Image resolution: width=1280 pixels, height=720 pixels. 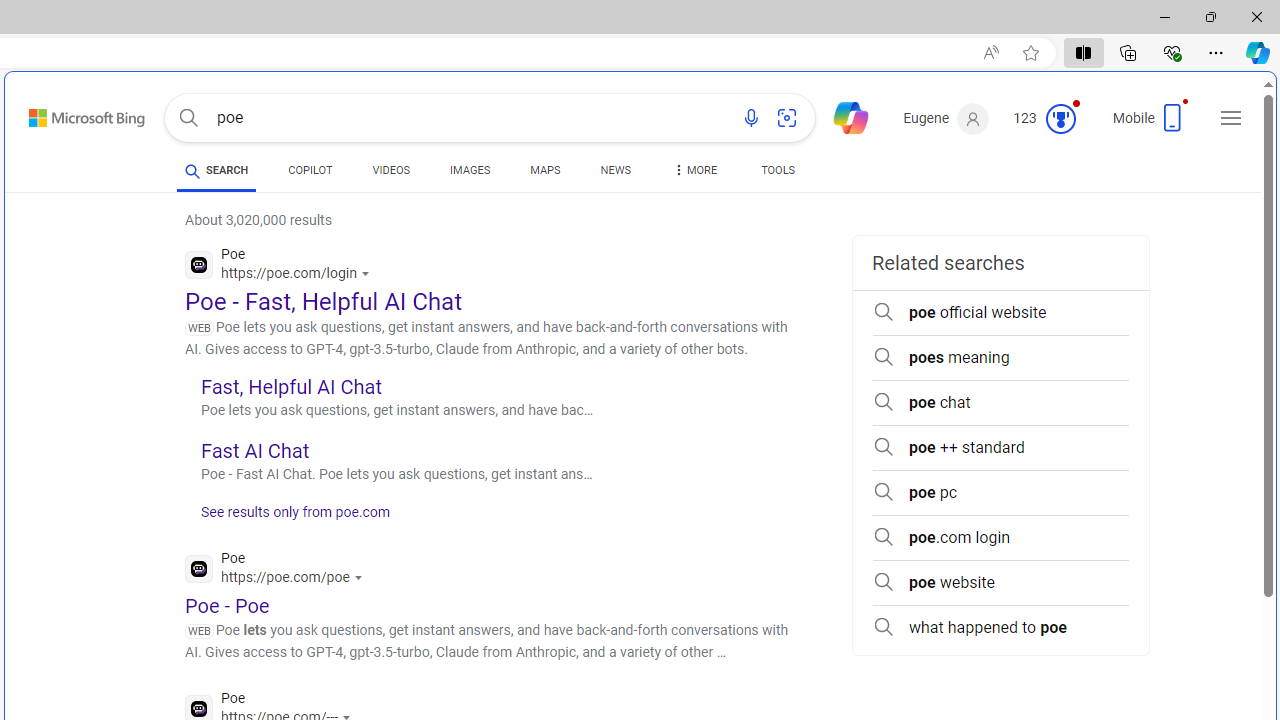 What do you see at coordinates (199, 707) in the screenshot?
I see `'Global web icon'` at bounding box center [199, 707].